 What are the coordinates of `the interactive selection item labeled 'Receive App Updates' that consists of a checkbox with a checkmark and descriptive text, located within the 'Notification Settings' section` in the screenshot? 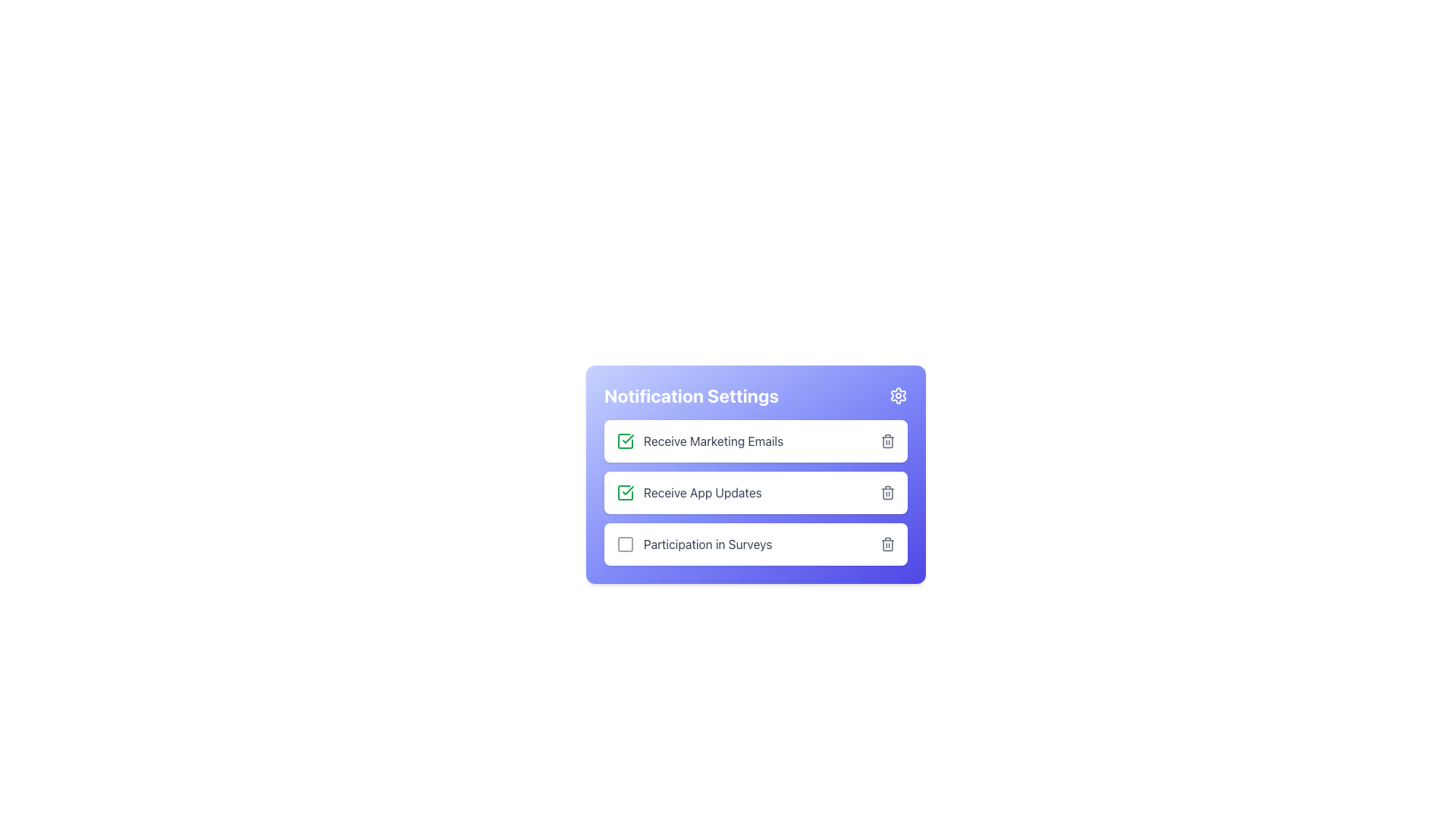 It's located at (688, 493).